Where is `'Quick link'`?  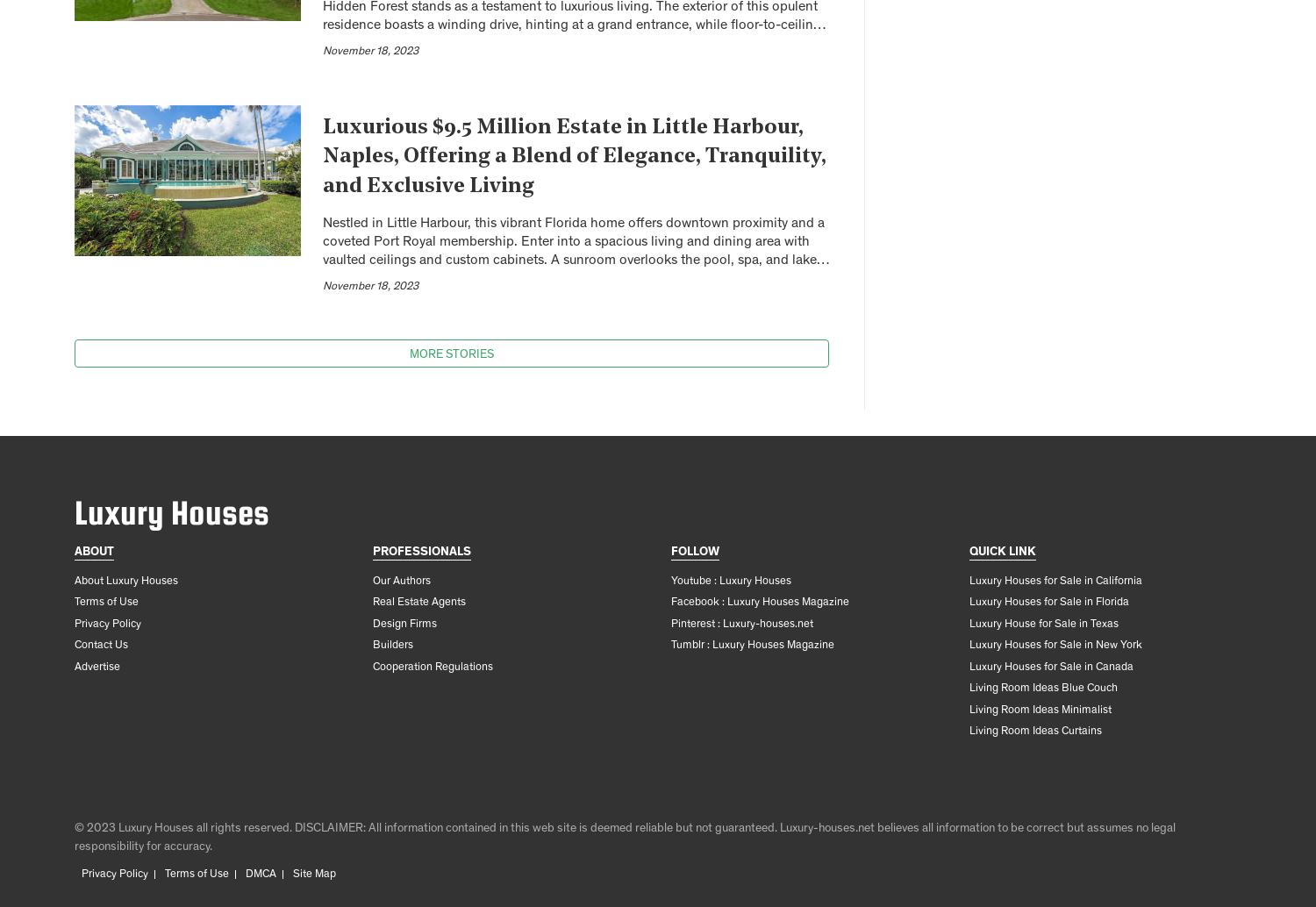 'Quick link' is located at coordinates (969, 551).